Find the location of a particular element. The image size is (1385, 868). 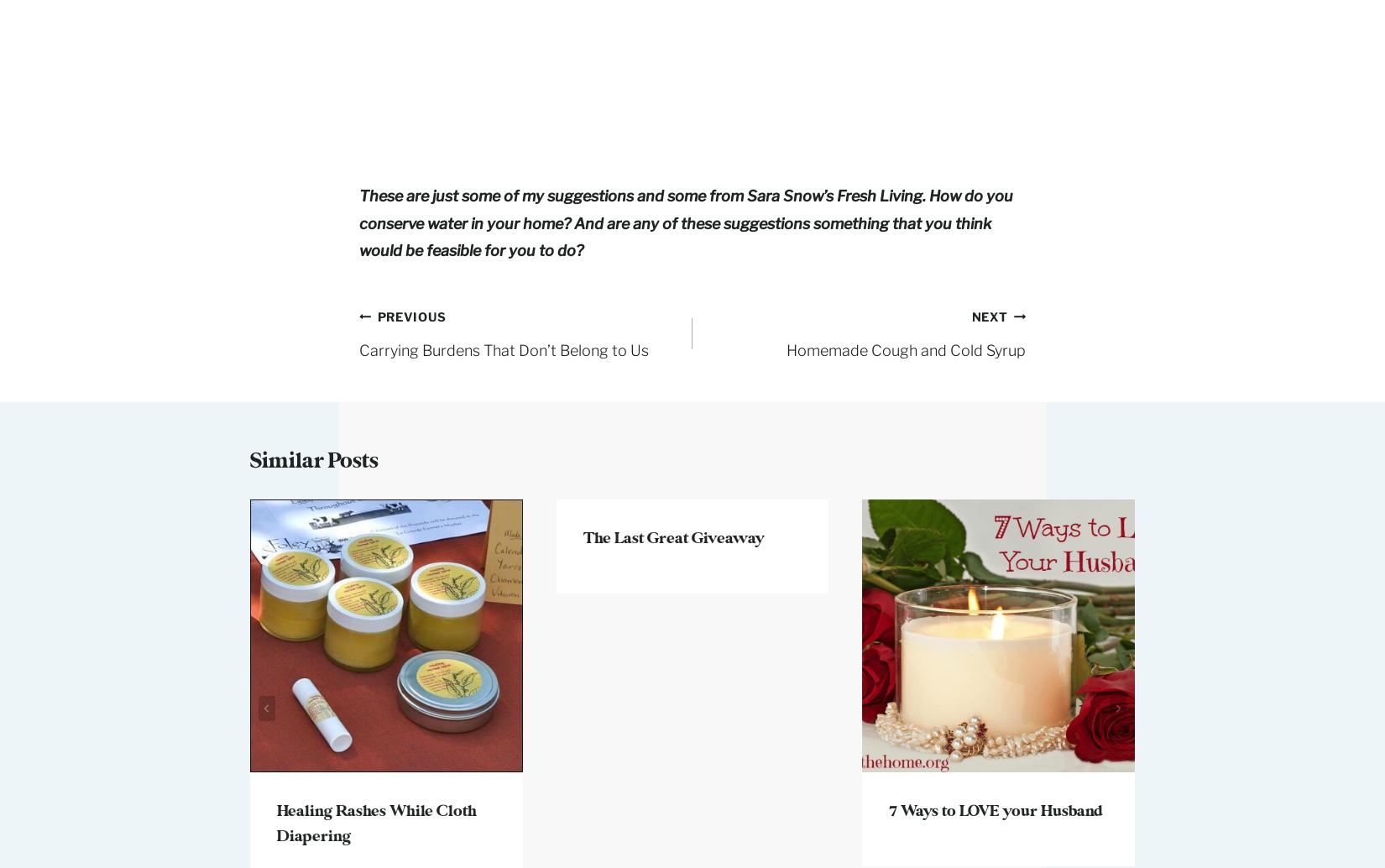

'Previous' is located at coordinates (375, 315).